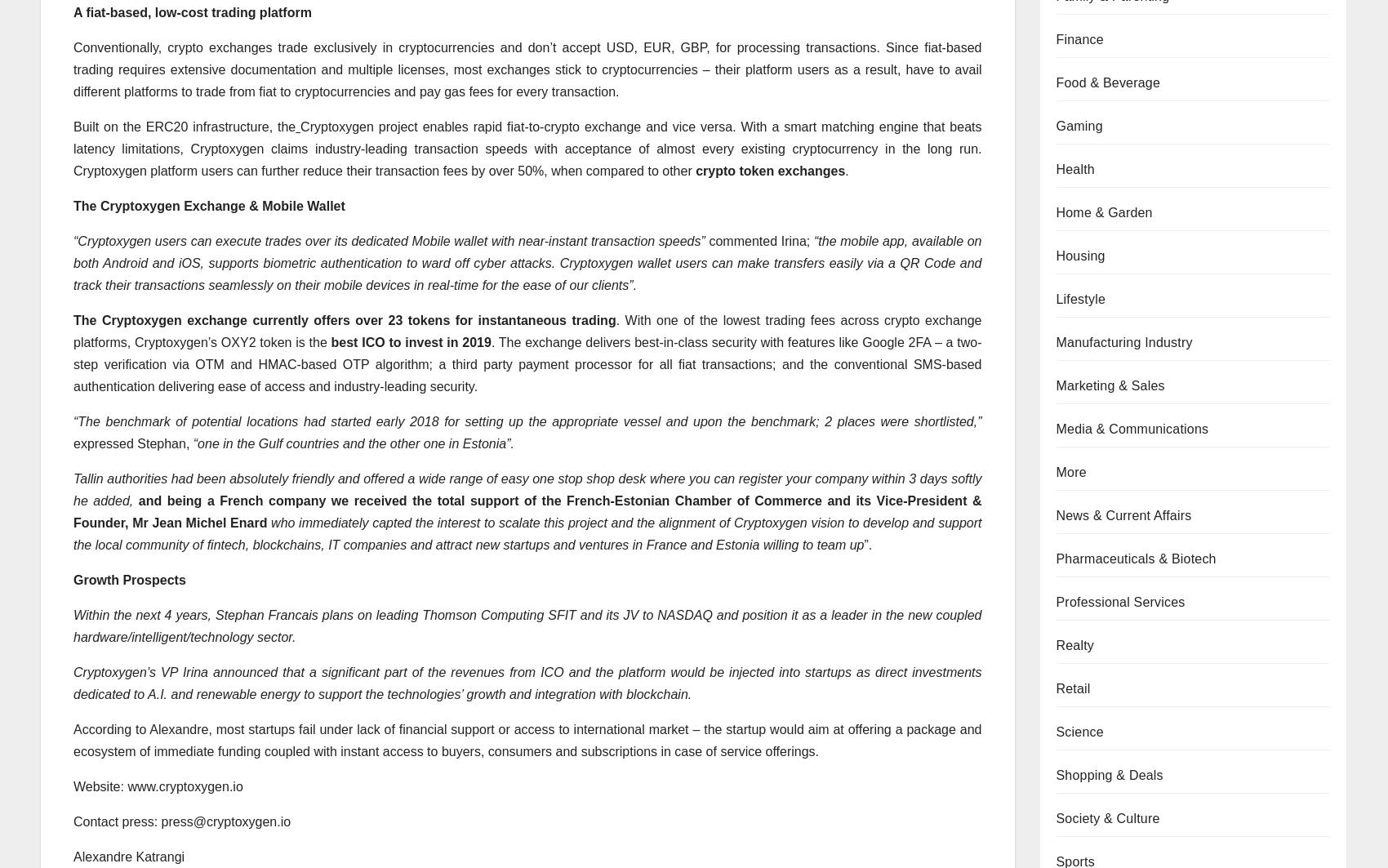 The height and width of the screenshot is (868, 1388). I want to click on 'Shopping & Deals', so click(1056, 773).